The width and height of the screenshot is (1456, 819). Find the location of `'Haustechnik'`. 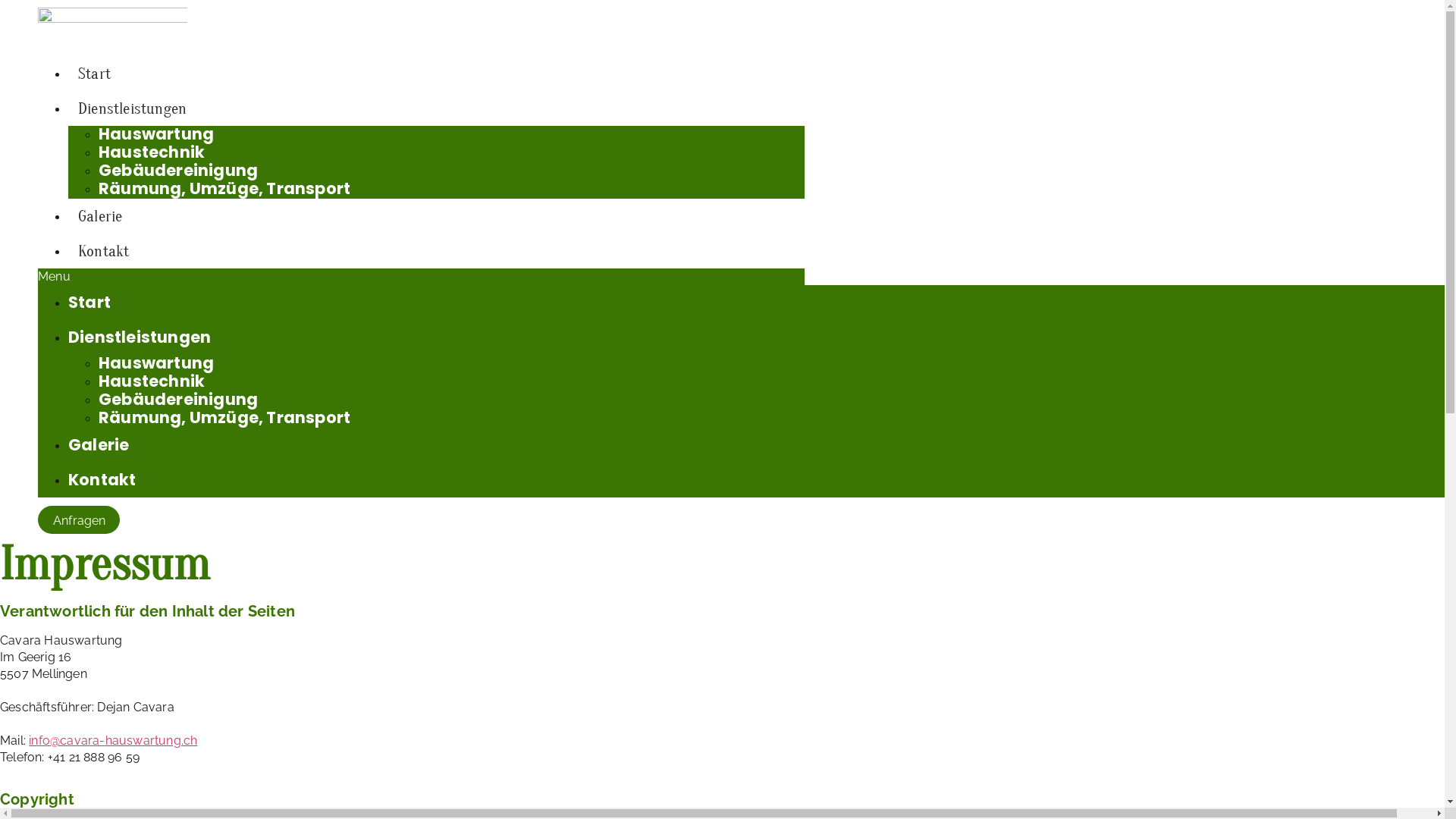

'Haustechnik' is located at coordinates (152, 152).